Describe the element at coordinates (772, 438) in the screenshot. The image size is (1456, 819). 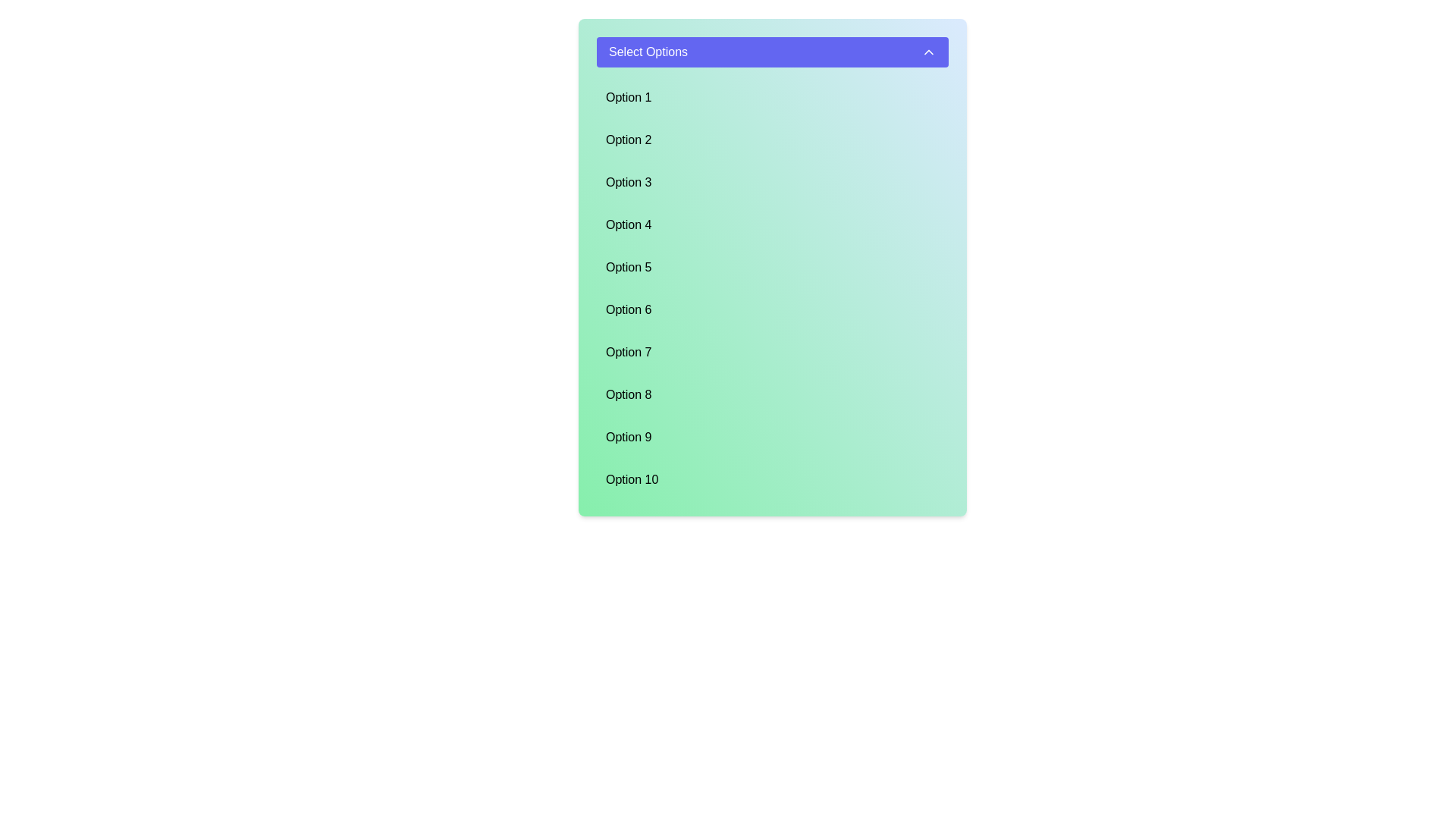
I see `the selectable list item labeled 'Option 9'` at that location.